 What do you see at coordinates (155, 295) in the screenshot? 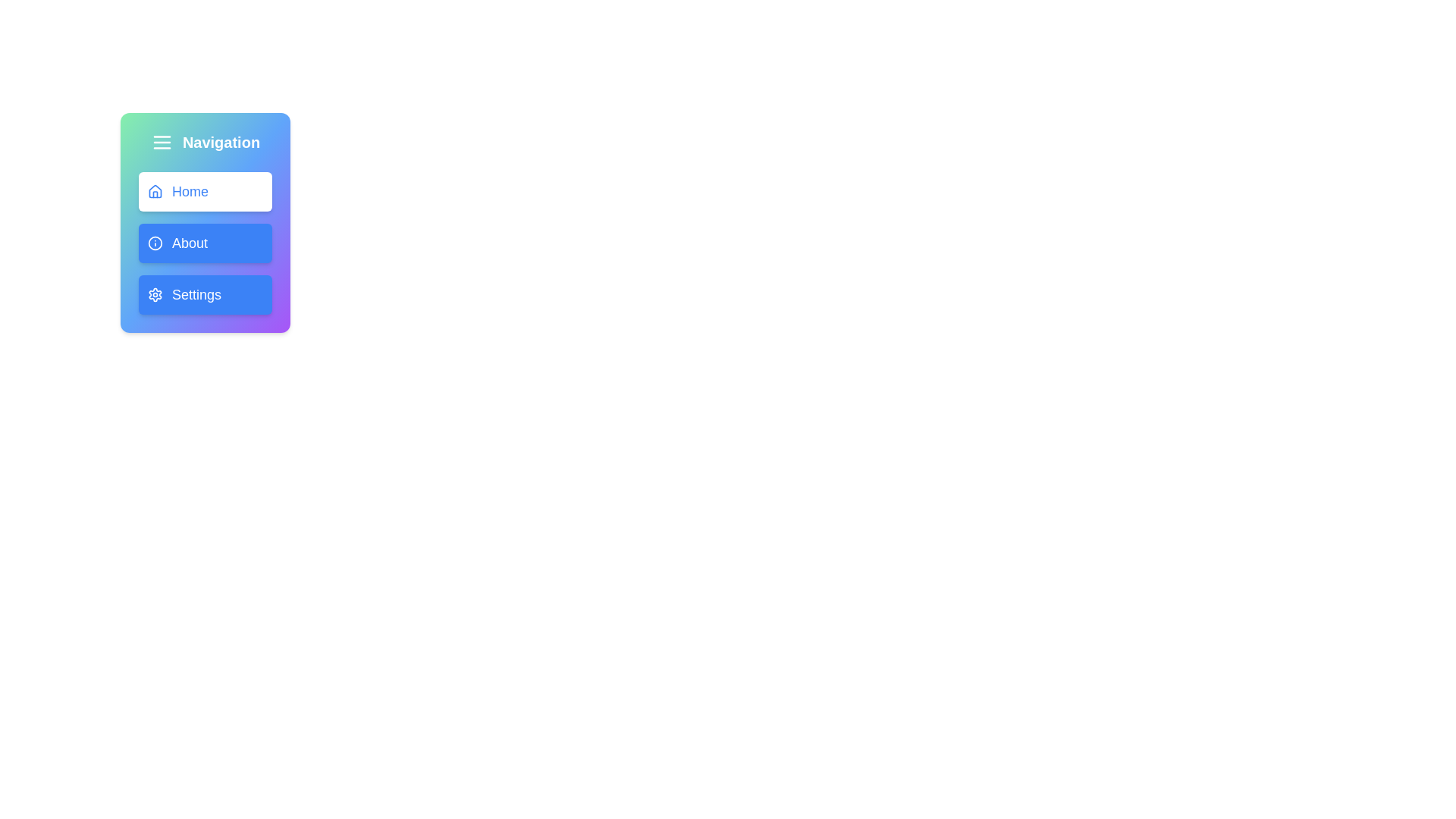
I see `the settings icon located inside the 'Settings' button, which is the third option in the top left navigation menu` at bounding box center [155, 295].